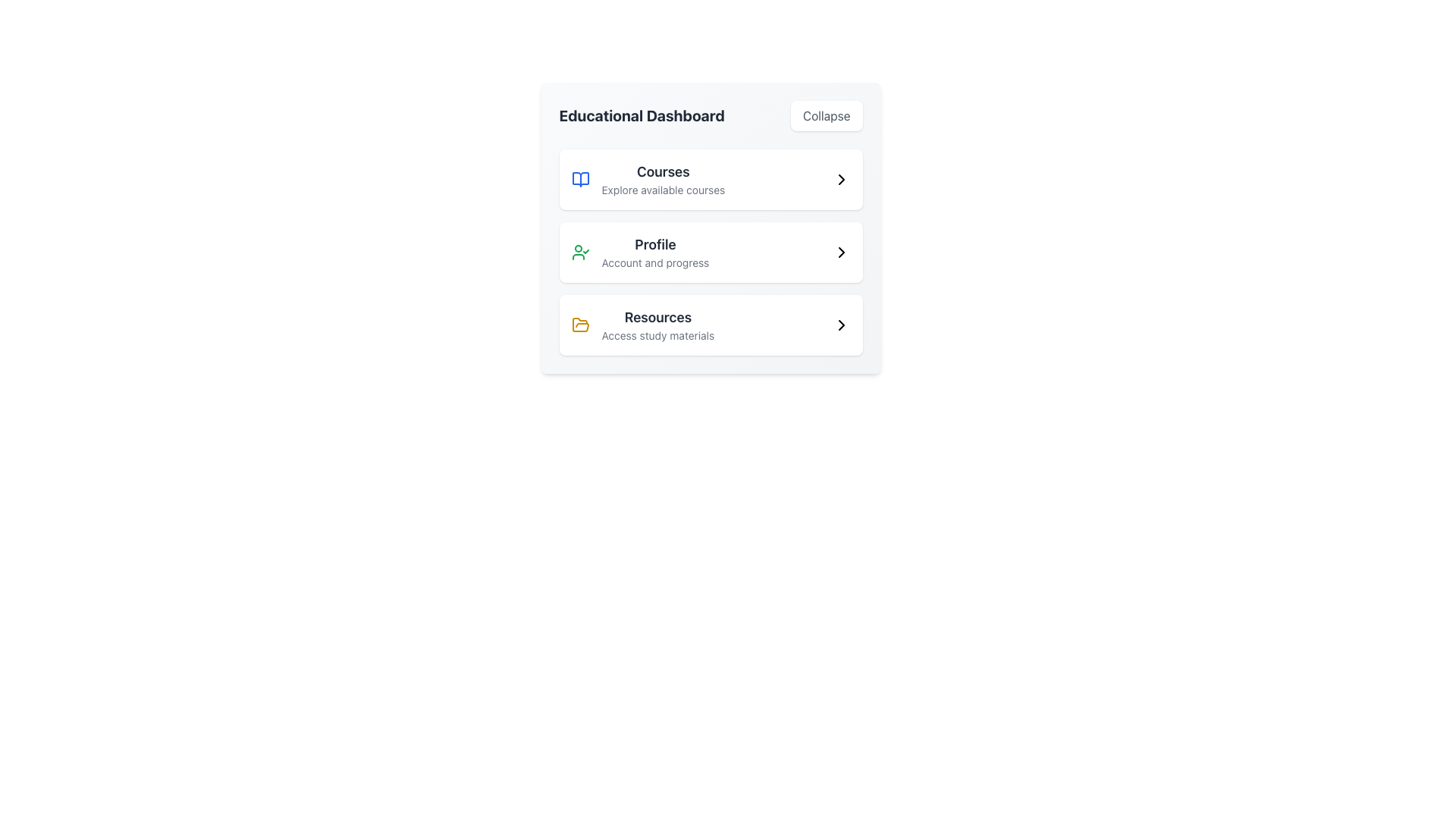  Describe the element at coordinates (710, 178) in the screenshot. I see `the navigation button for accessing courses in the Educational Dashboard` at that location.